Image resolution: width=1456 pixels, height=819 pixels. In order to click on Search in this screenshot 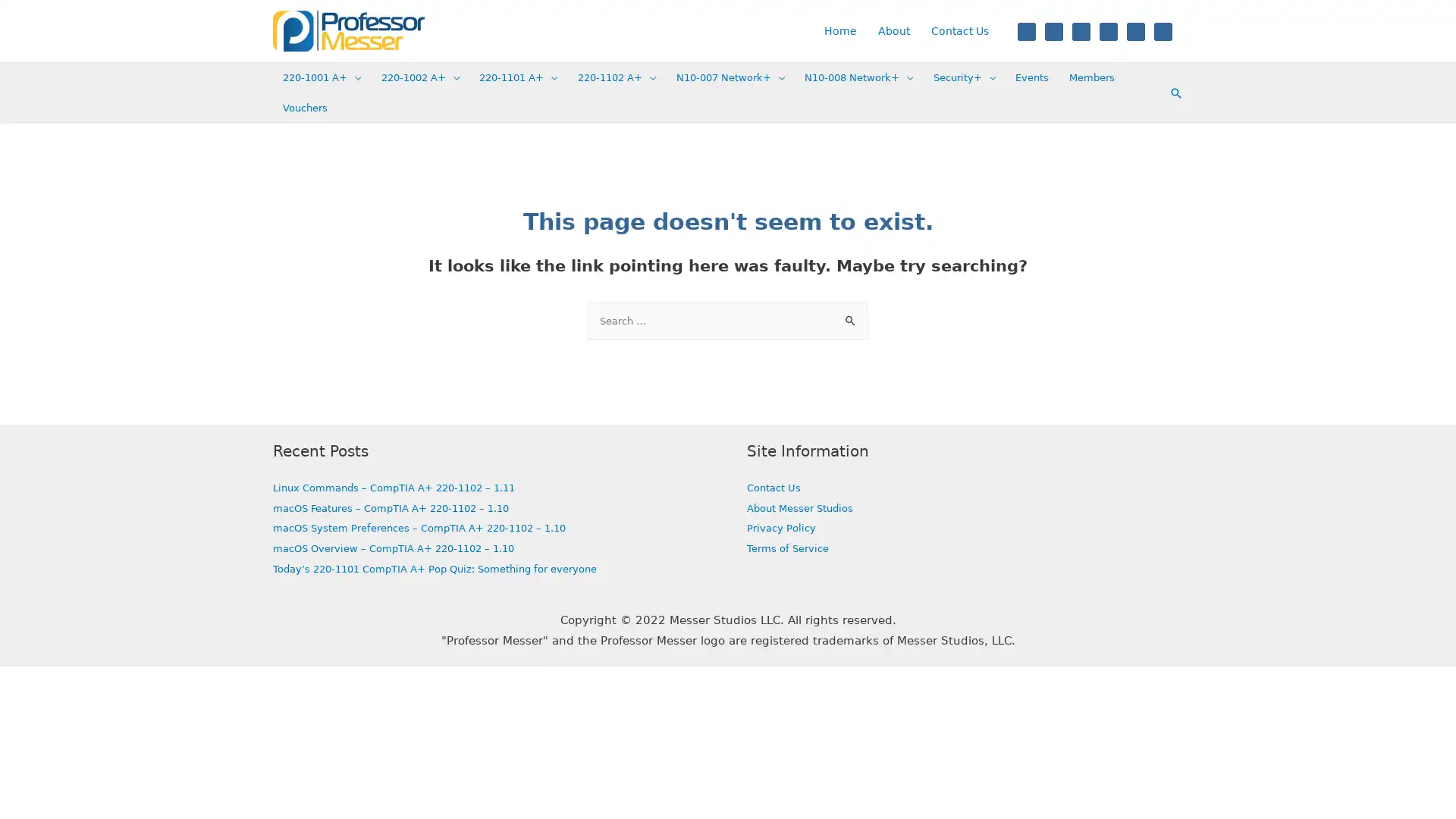, I will do `click(851, 315)`.